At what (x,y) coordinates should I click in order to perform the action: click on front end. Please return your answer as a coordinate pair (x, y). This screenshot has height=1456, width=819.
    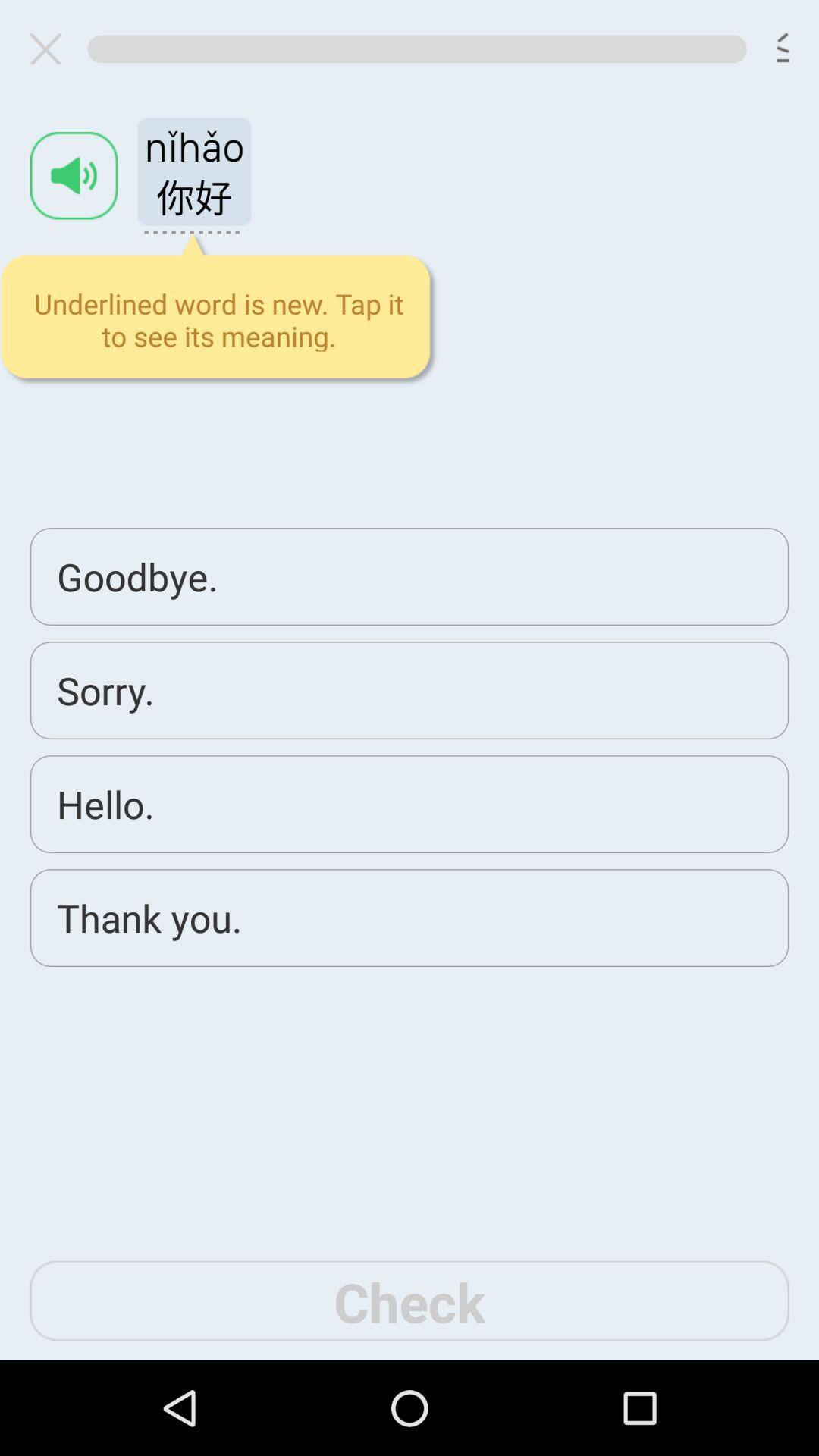
    Looking at the image, I should click on (409, 678).